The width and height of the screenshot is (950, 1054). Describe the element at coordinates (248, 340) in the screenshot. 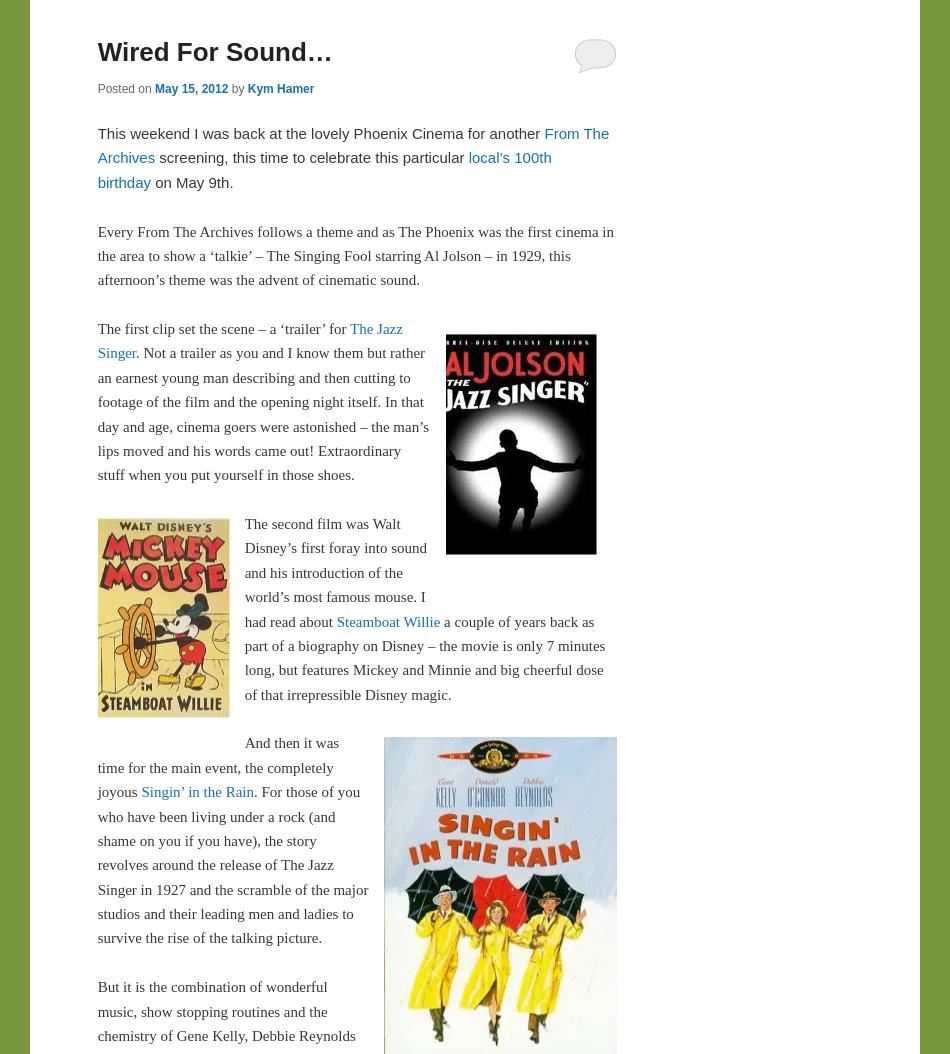

I see `'The Jazz Singer'` at that location.